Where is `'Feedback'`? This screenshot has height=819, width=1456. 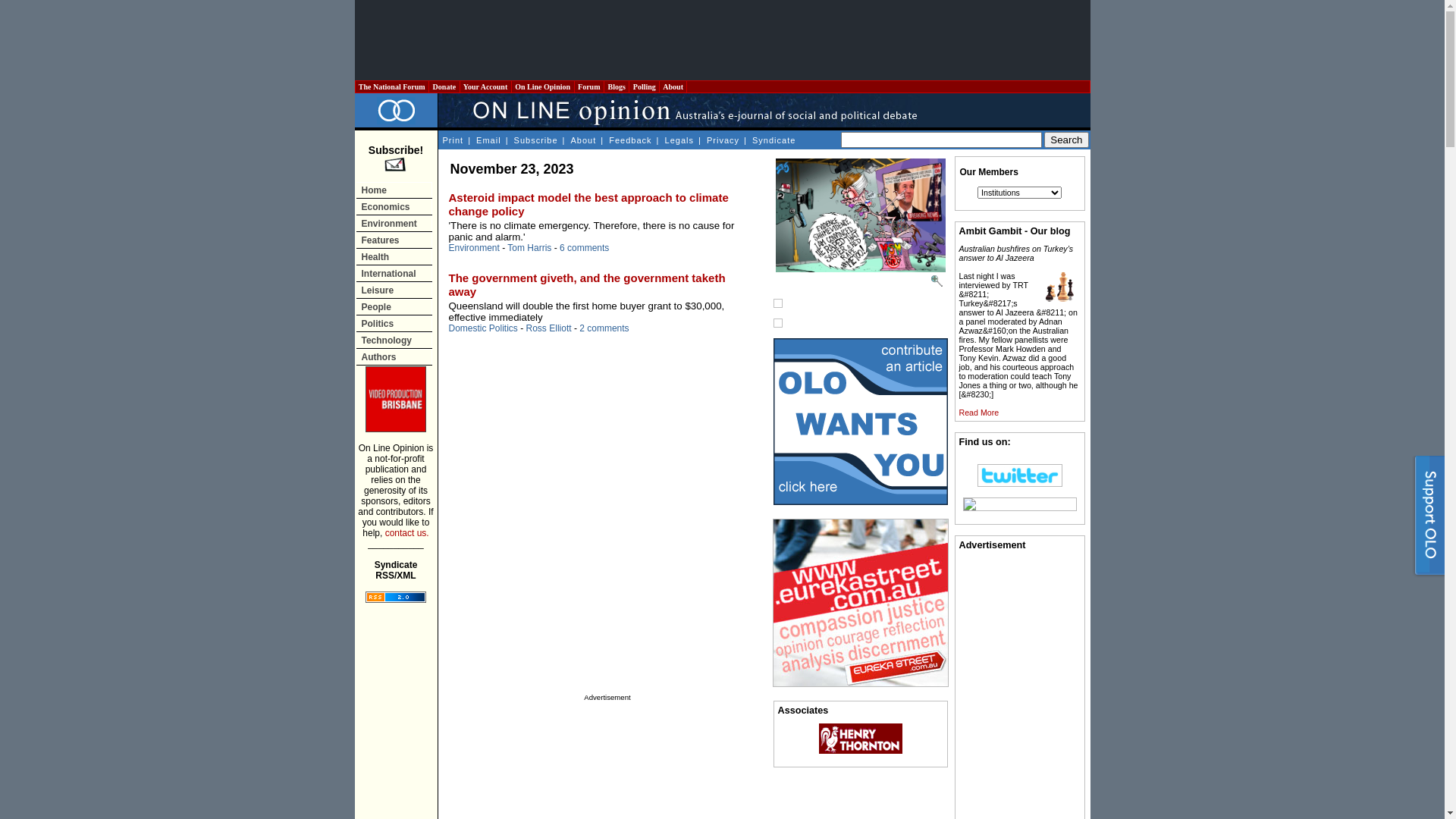 'Feedback' is located at coordinates (607, 140).